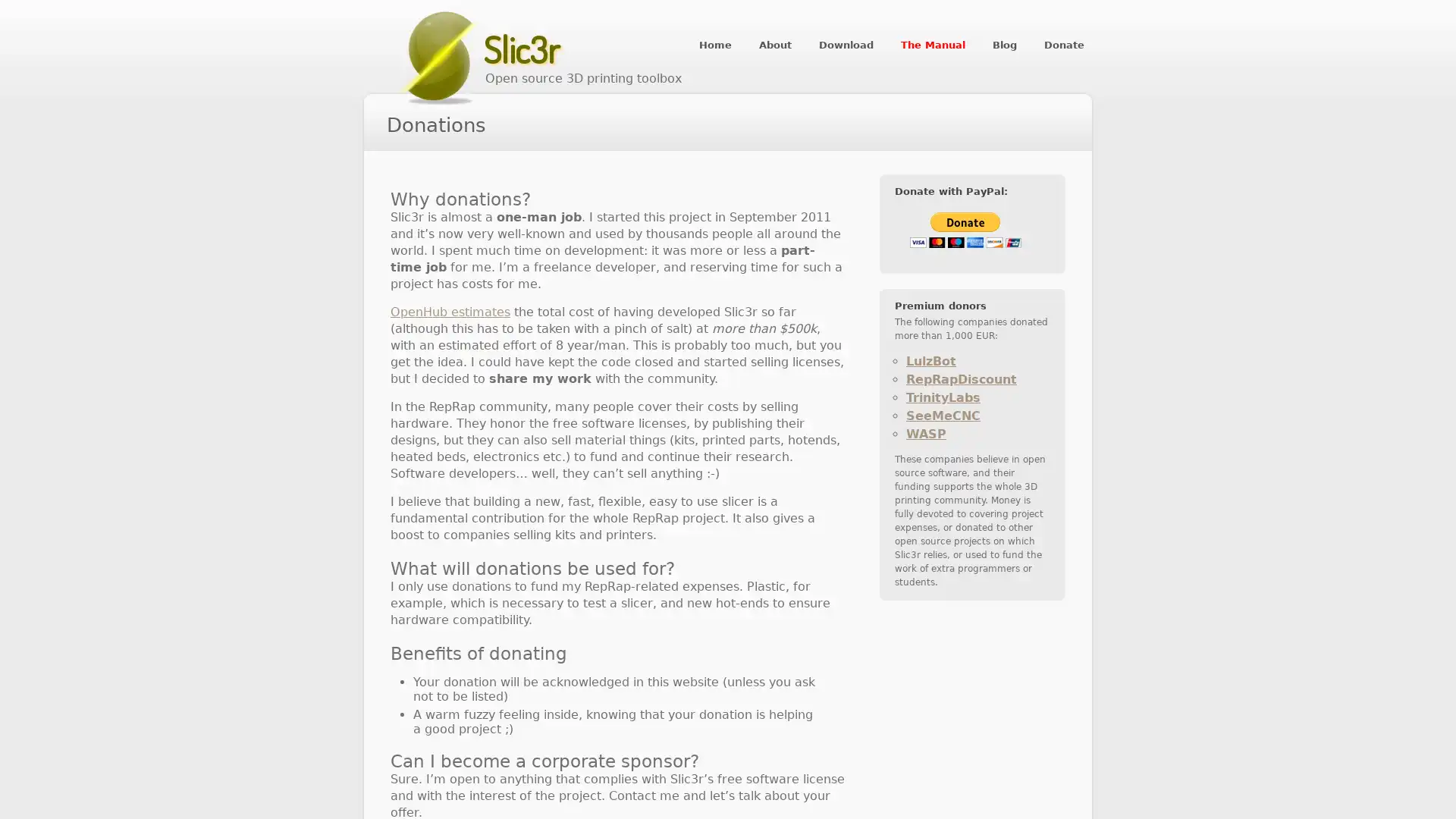  I want to click on PayPal - The safer, easier way to pay online!, so click(965, 230).